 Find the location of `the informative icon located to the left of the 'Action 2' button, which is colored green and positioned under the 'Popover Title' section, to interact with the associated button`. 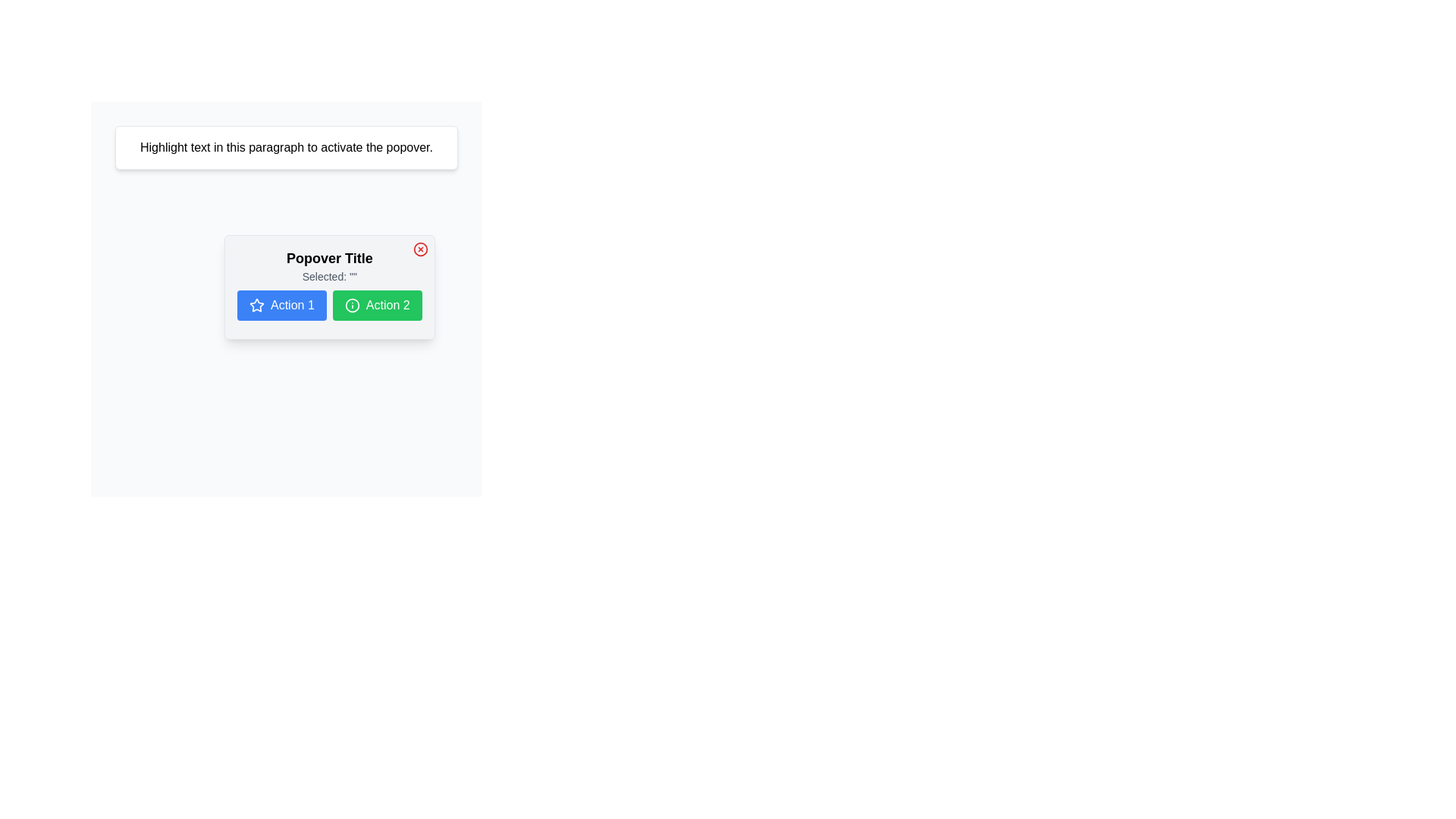

the informative icon located to the left of the 'Action 2' button, which is colored green and positioned under the 'Popover Title' section, to interact with the associated button is located at coordinates (351, 305).